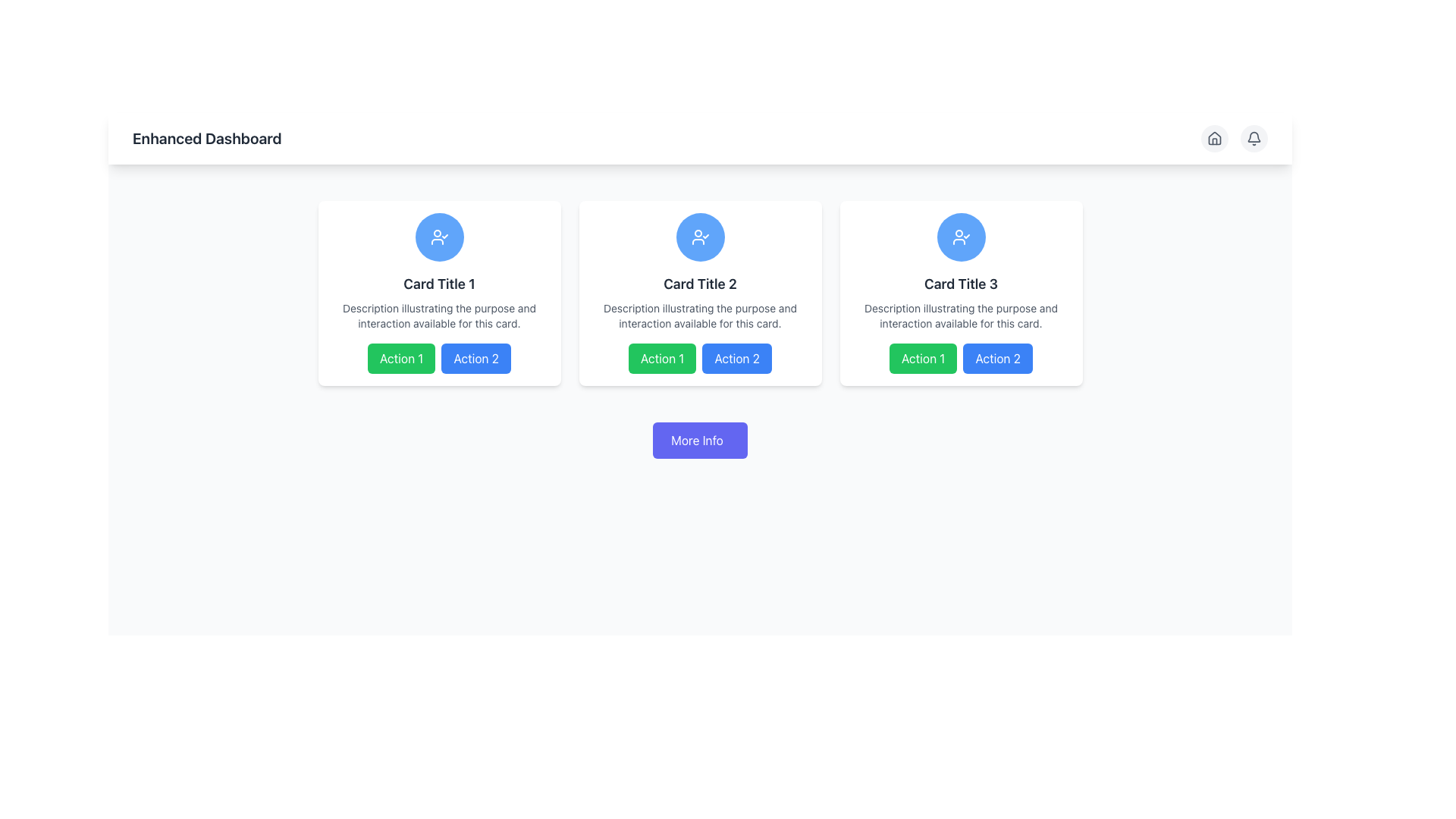 This screenshot has width=1456, height=819. I want to click on the notification bell icon button located in the top-right corner of the interface, so click(1254, 138).